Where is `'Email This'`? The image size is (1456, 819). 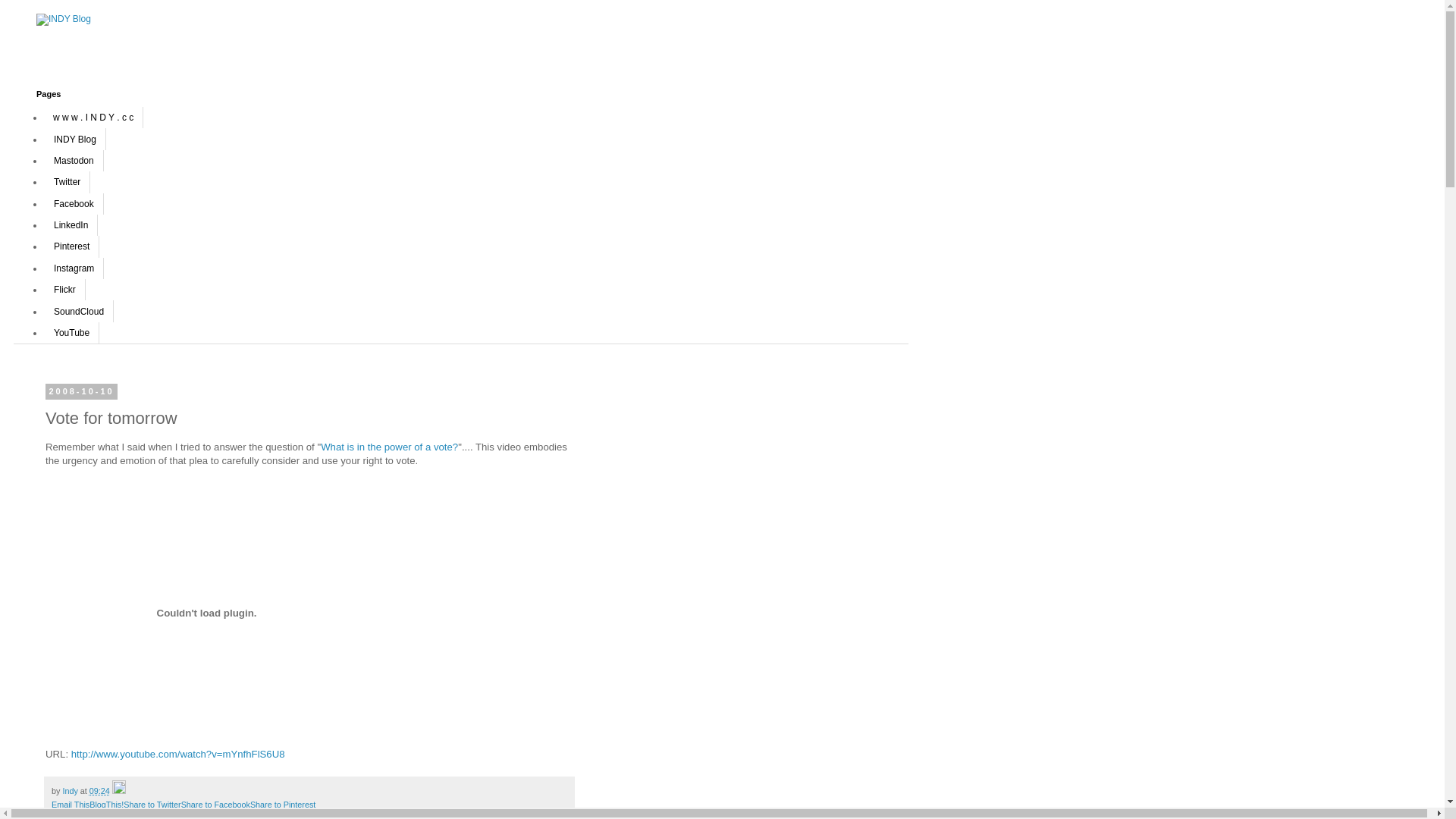
'Email This' is located at coordinates (51, 803).